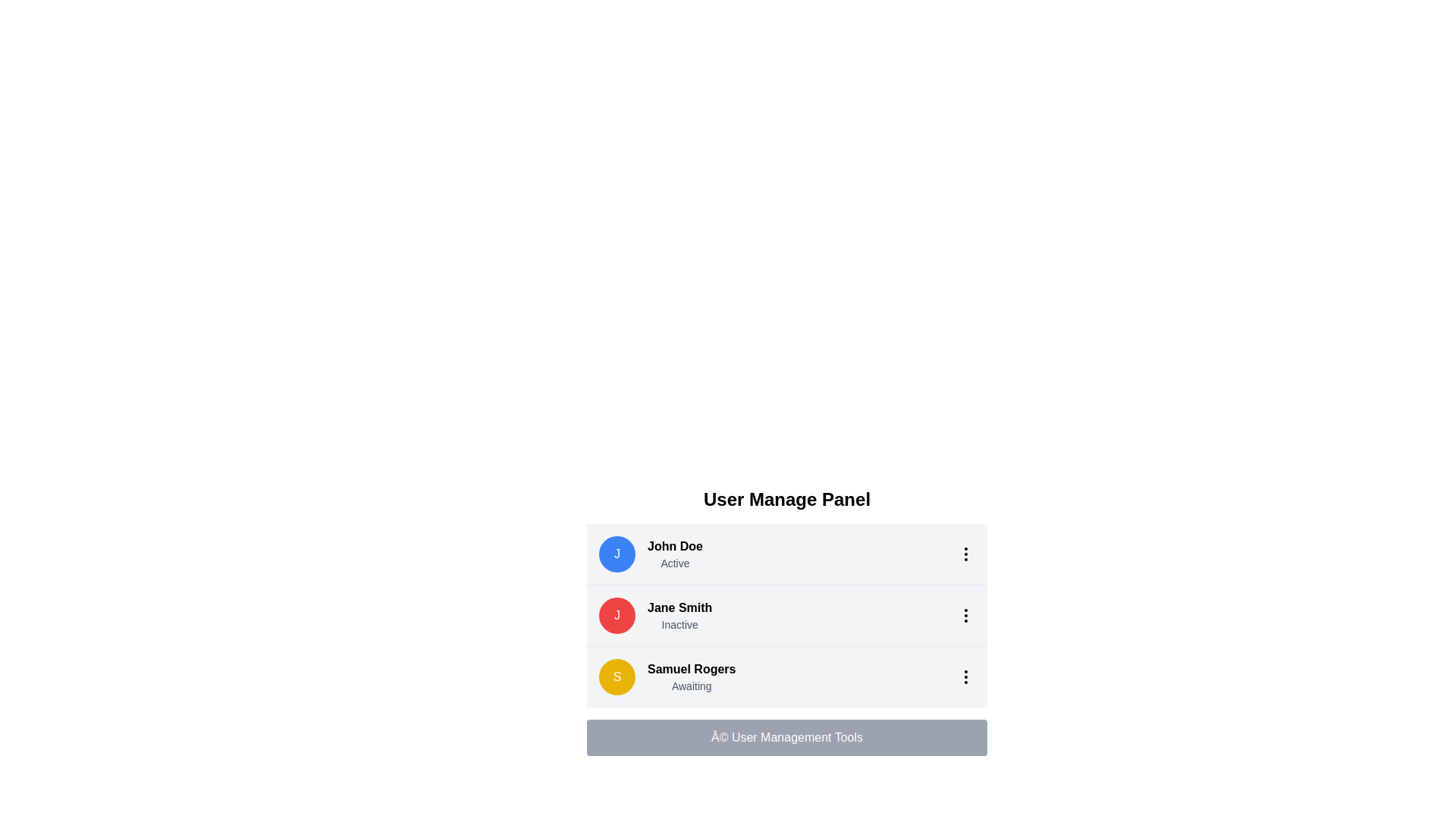 This screenshot has height=819, width=1456. What do you see at coordinates (679, 625) in the screenshot?
I see `the static text label displaying 'Inactive' that is positioned below 'Jane Smith' in the user management panel` at bounding box center [679, 625].